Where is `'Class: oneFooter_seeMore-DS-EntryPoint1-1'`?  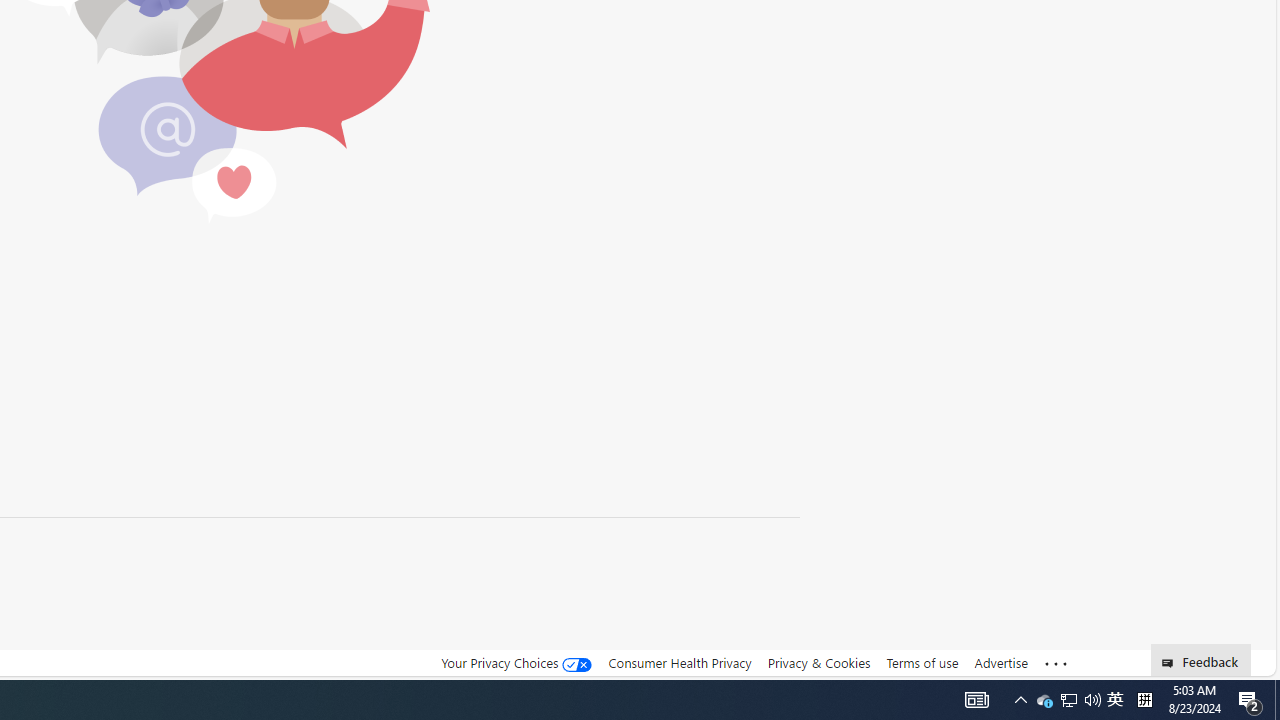
'Class: oneFooter_seeMore-DS-EntryPoint1-1' is located at coordinates (1055, 663).